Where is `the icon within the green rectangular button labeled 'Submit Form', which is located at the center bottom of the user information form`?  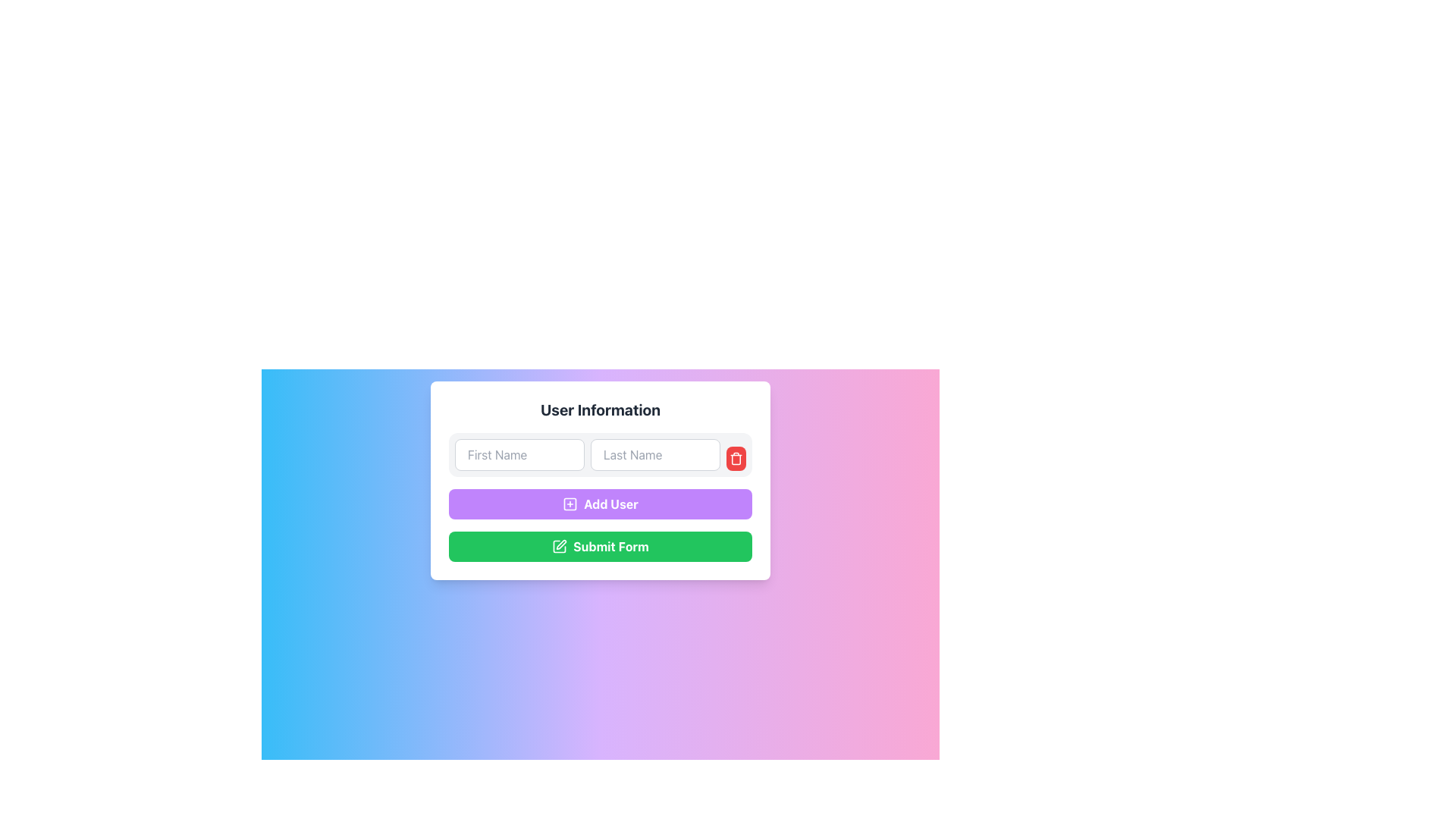
the icon within the green rectangular button labeled 'Submit Form', which is located at the center bottom of the user information form is located at coordinates (560, 544).